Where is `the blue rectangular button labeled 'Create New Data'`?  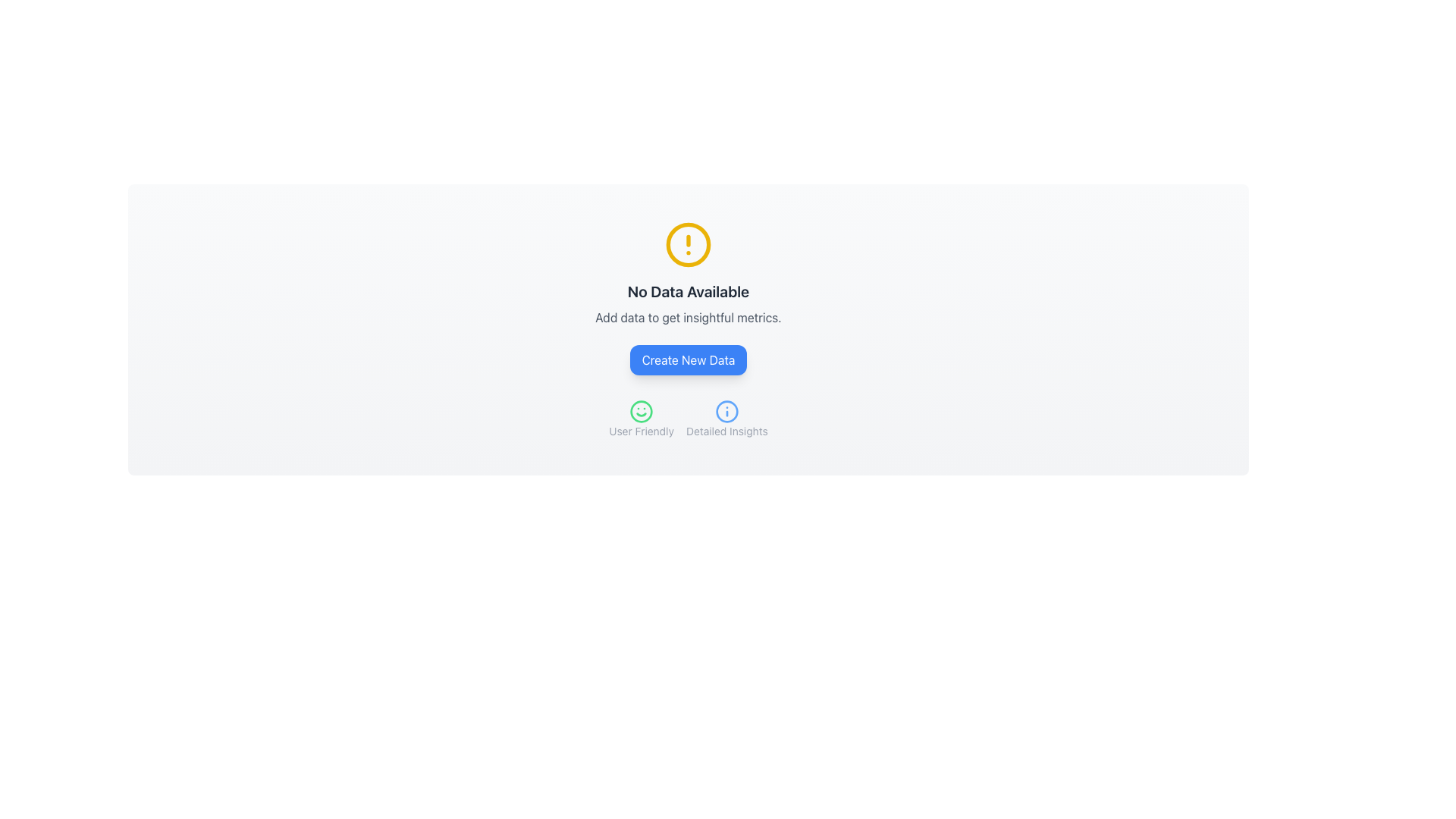 the blue rectangular button labeled 'Create New Data' is located at coordinates (687, 359).